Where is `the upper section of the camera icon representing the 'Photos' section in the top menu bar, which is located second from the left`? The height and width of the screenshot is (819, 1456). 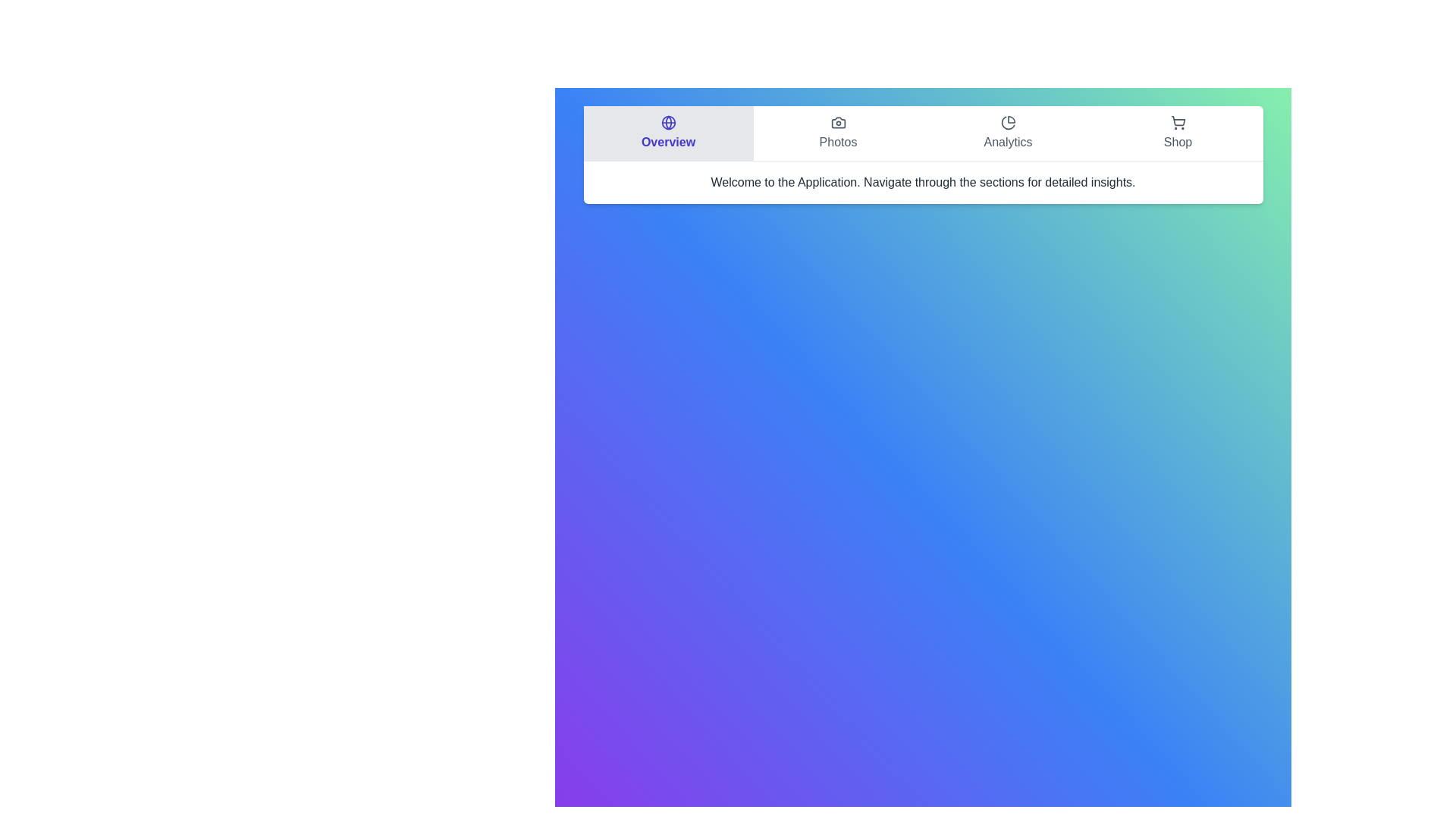
the upper section of the camera icon representing the 'Photos' section in the top menu bar, which is located second from the left is located at coordinates (837, 122).